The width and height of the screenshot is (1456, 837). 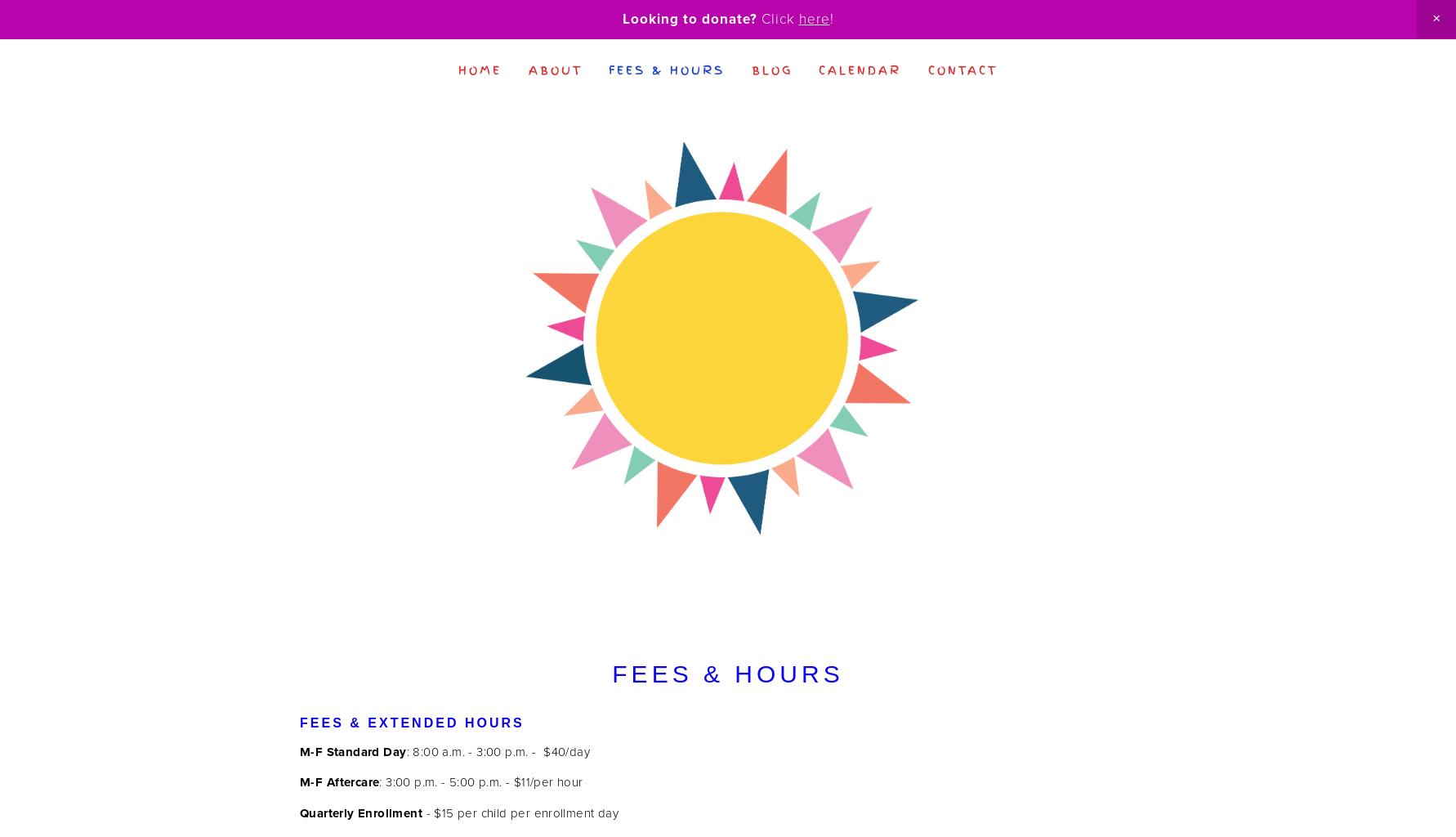 I want to click on '!', so click(x=828, y=18).